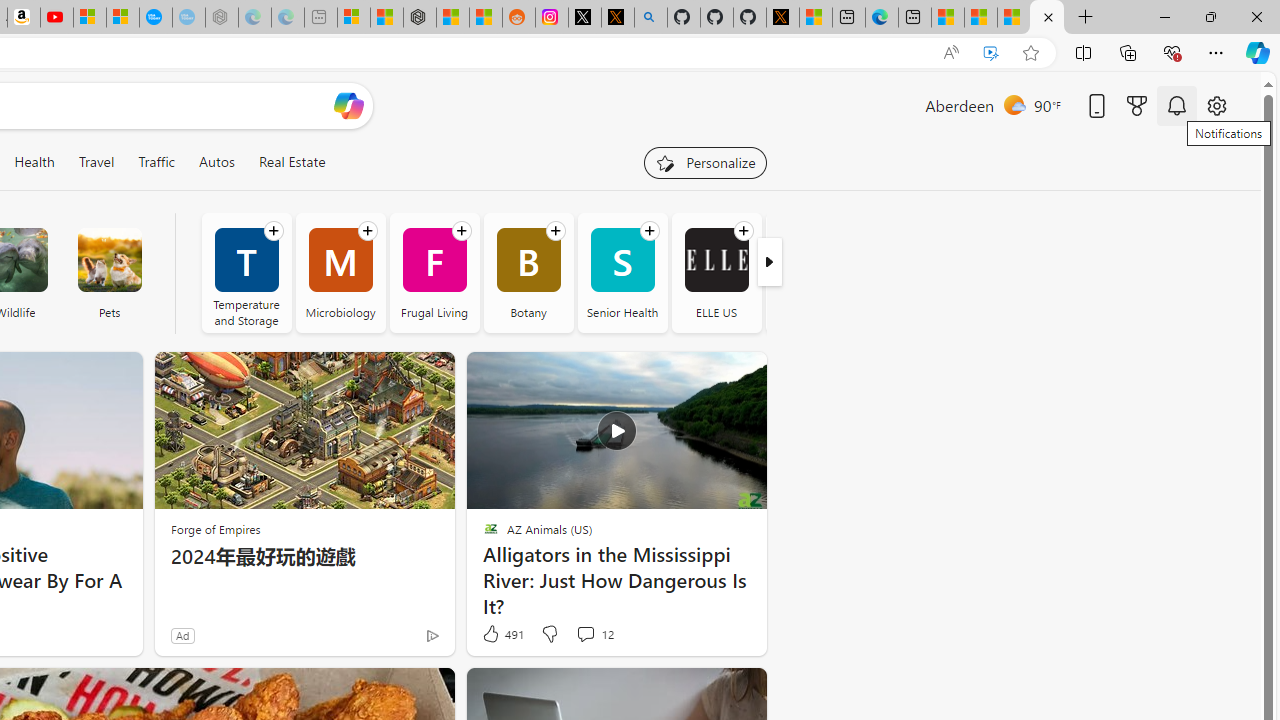  I want to click on 'Forge of Empires', so click(215, 528).